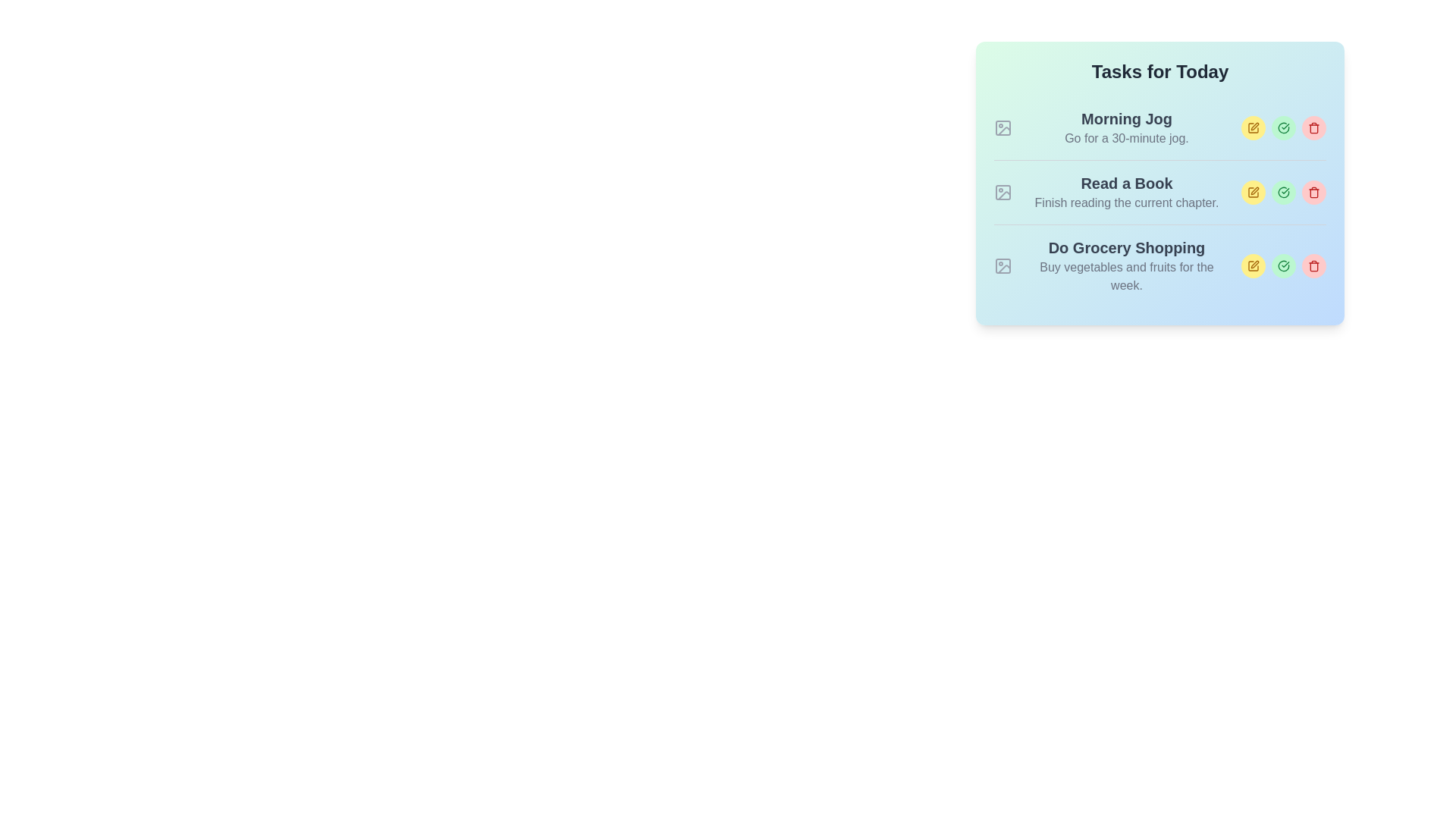 The width and height of the screenshot is (1456, 819). I want to click on the leftmost Edit Button icon located in the task management interface for the task 'Do Grocery Shopping' to initiate task editing, so click(1253, 265).